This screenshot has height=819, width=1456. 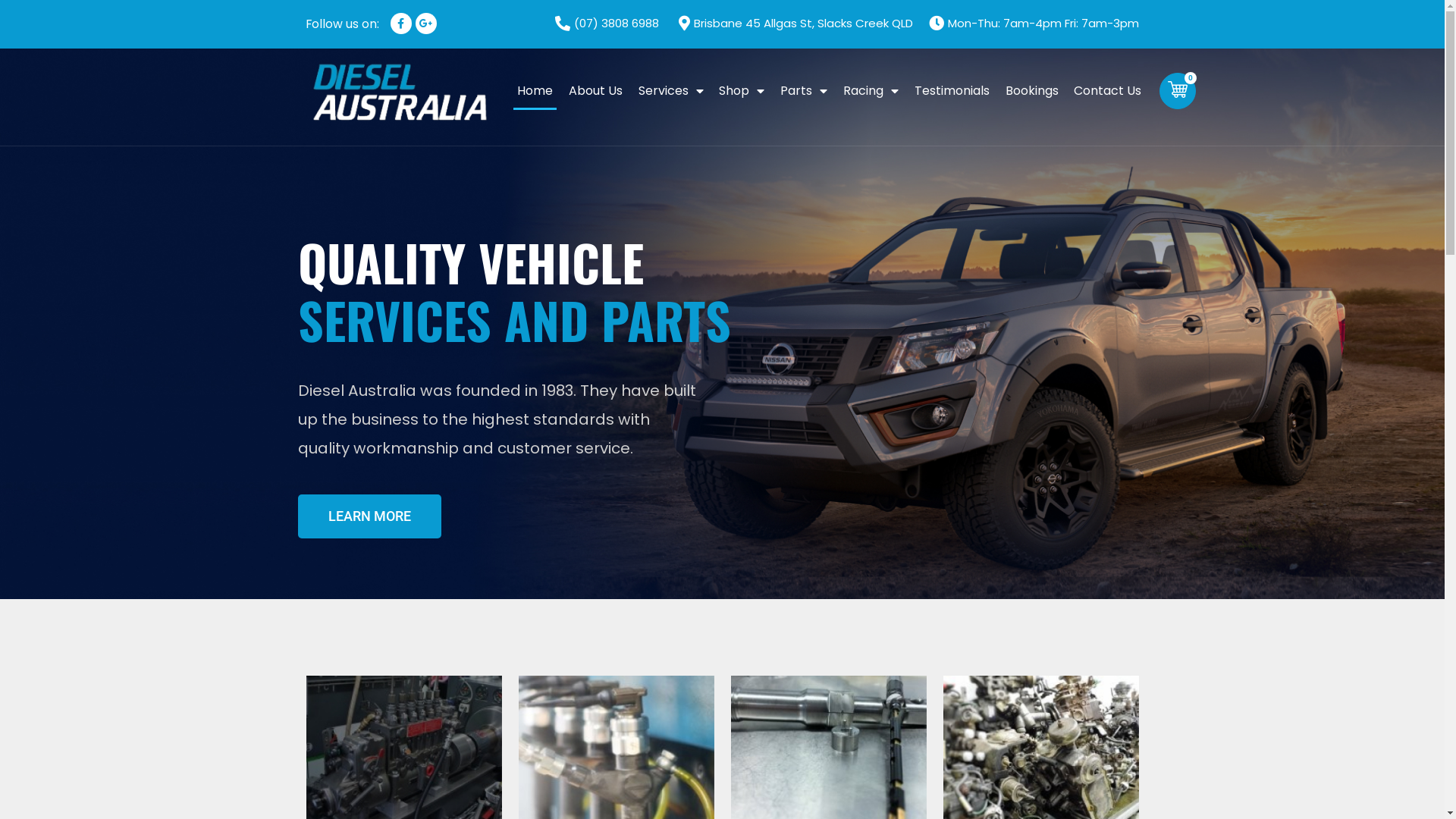 What do you see at coordinates (1159, 90) in the screenshot?
I see `'0'` at bounding box center [1159, 90].